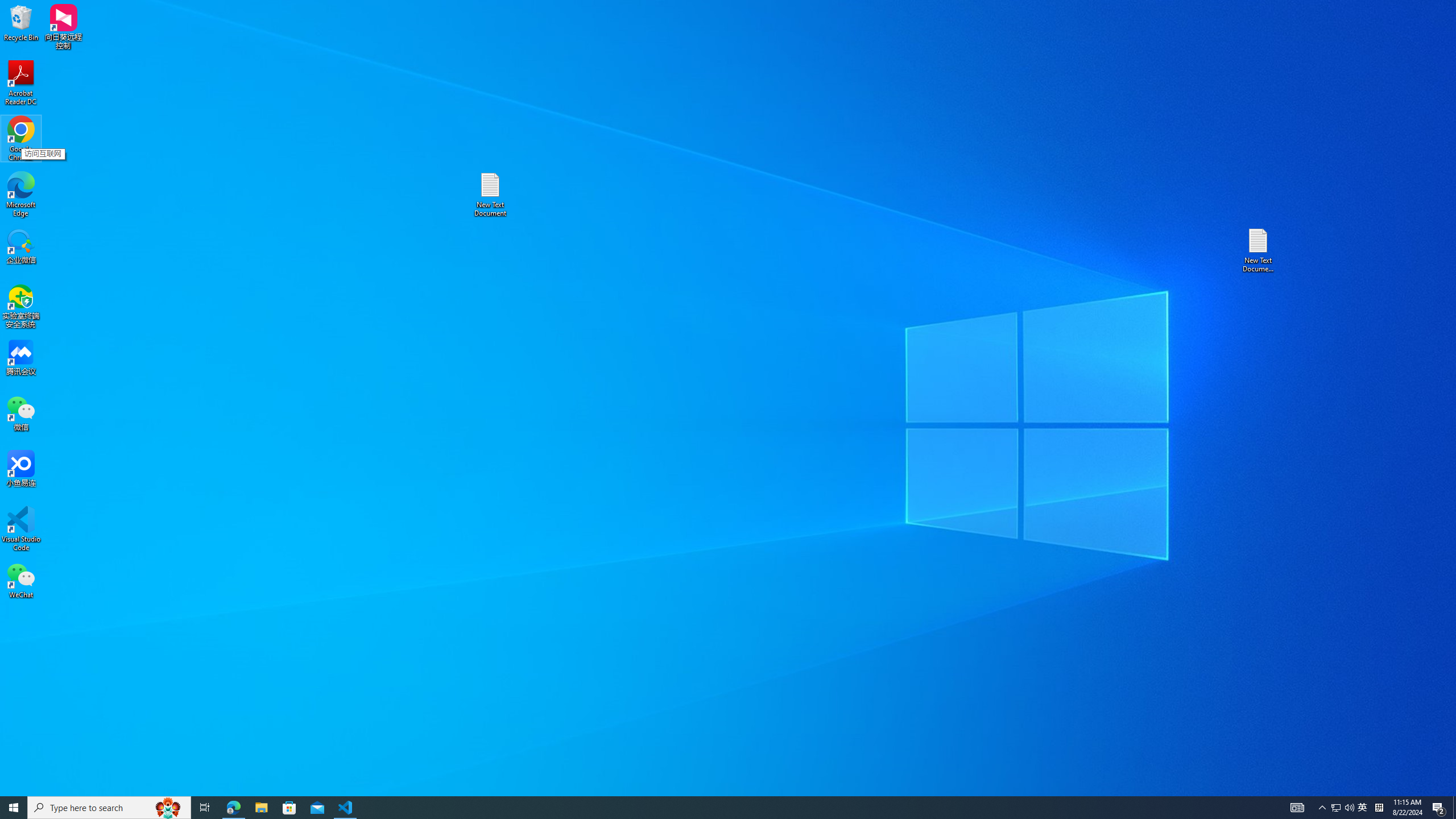  I want to click on 'Recycle Bin', so click(20, 22).